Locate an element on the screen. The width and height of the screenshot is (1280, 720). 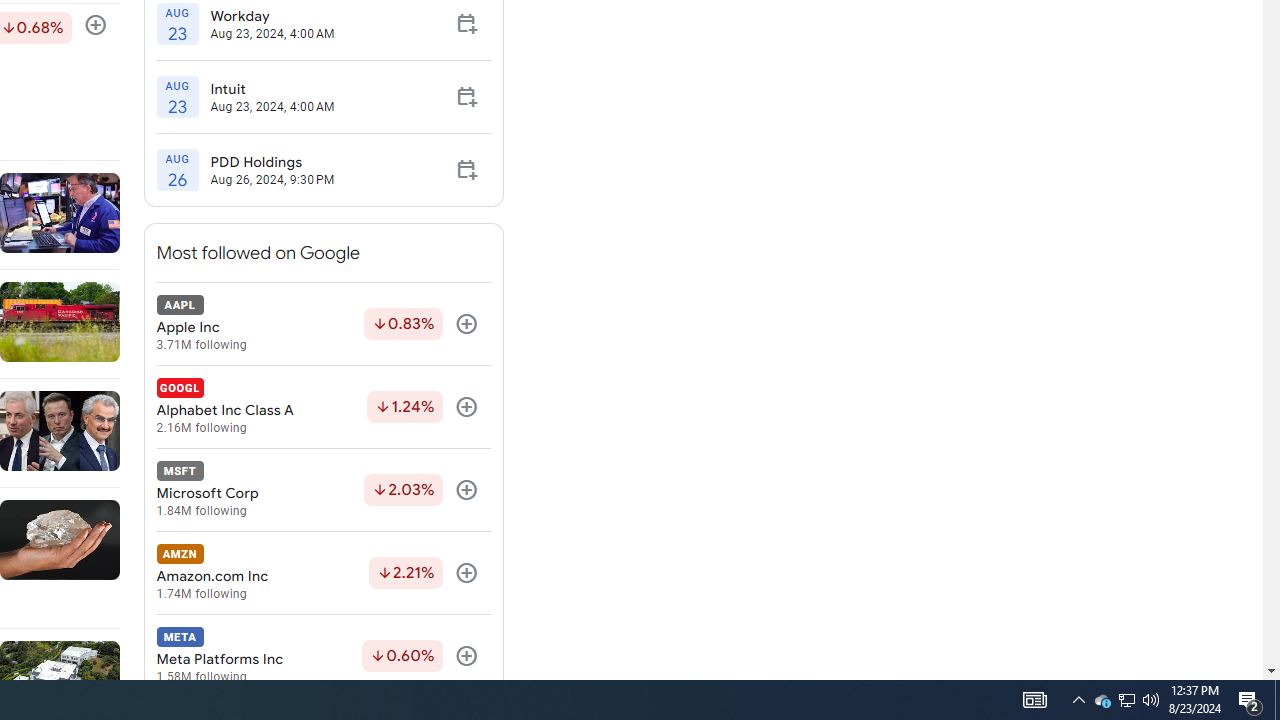
'Intuit' is located at coordinates (271, 88).